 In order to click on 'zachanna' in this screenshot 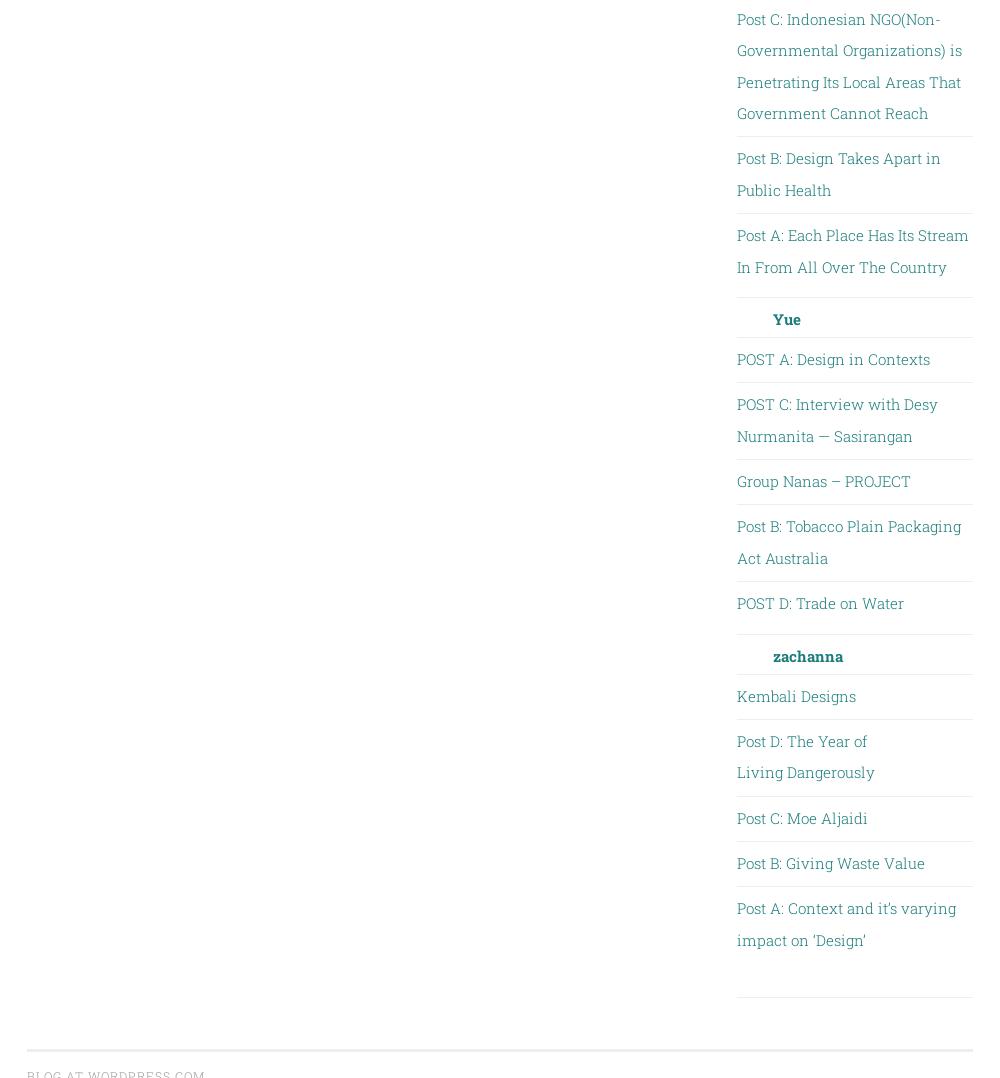, I will do `click(807, 653)`.